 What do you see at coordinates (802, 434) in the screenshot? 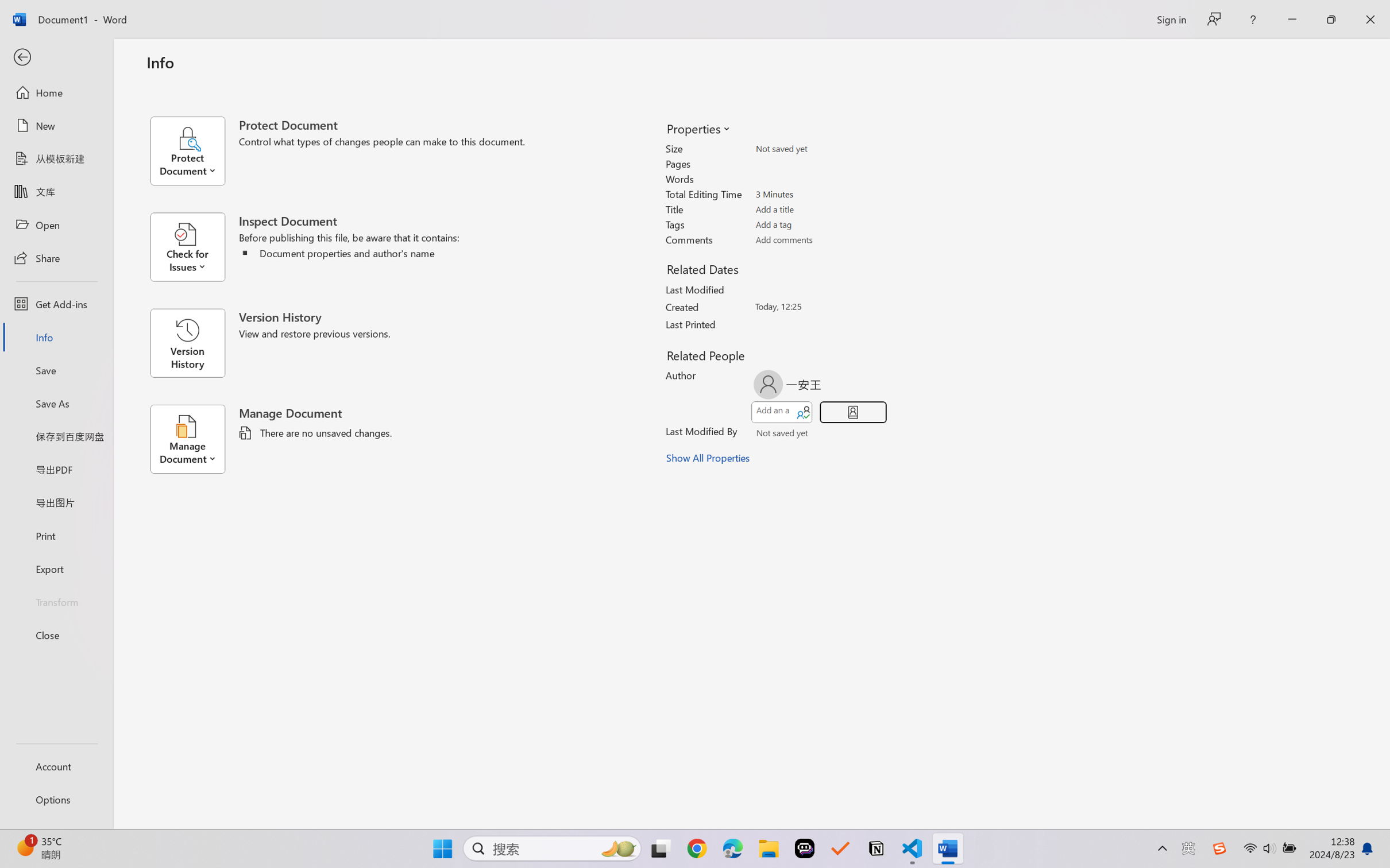
I see `'Verify Names'` at bounding box center [802, 434].